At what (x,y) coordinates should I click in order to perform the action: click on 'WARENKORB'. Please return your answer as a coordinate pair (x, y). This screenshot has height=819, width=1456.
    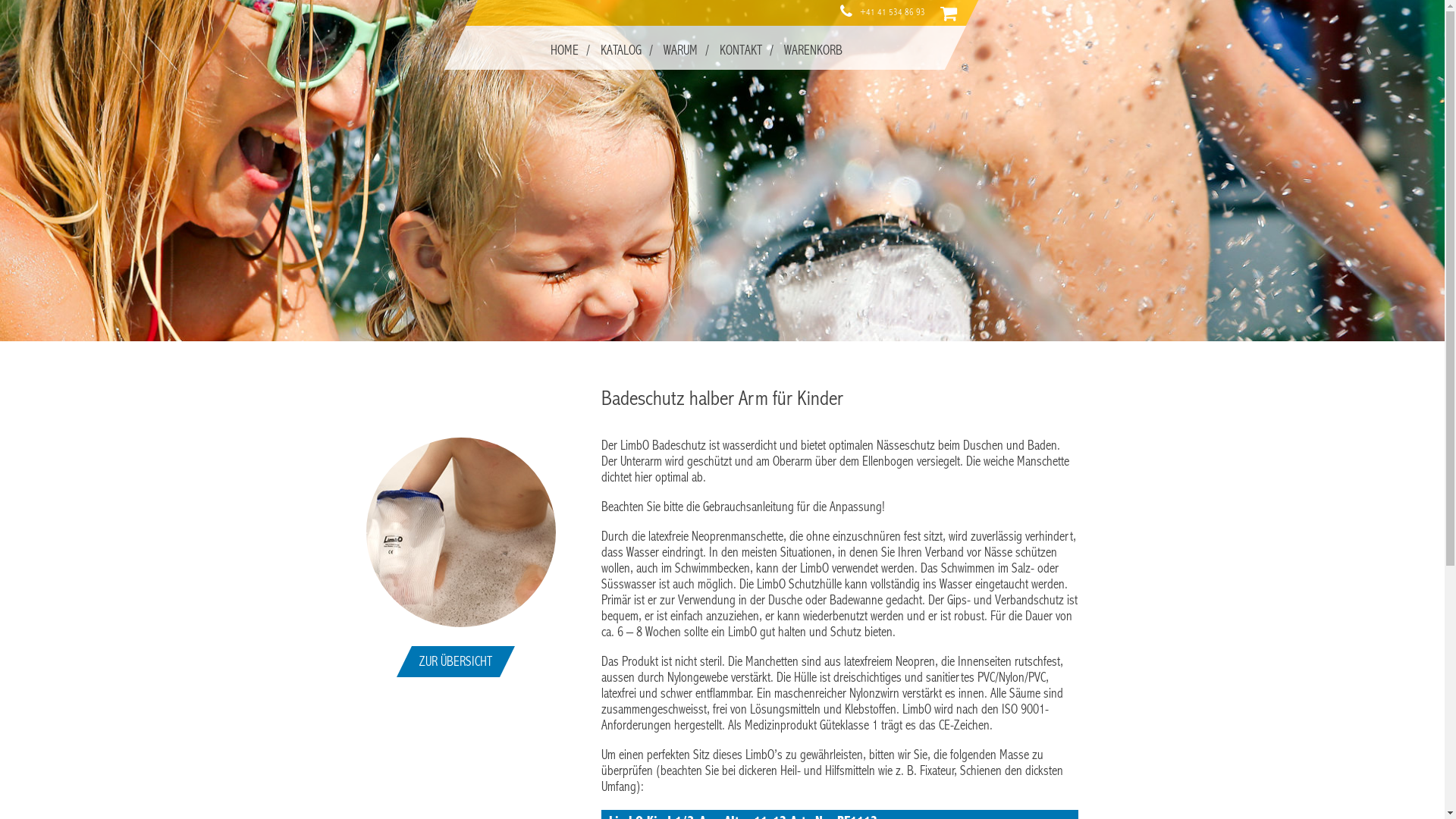
    Looking at the image, I should click on (811, 49).